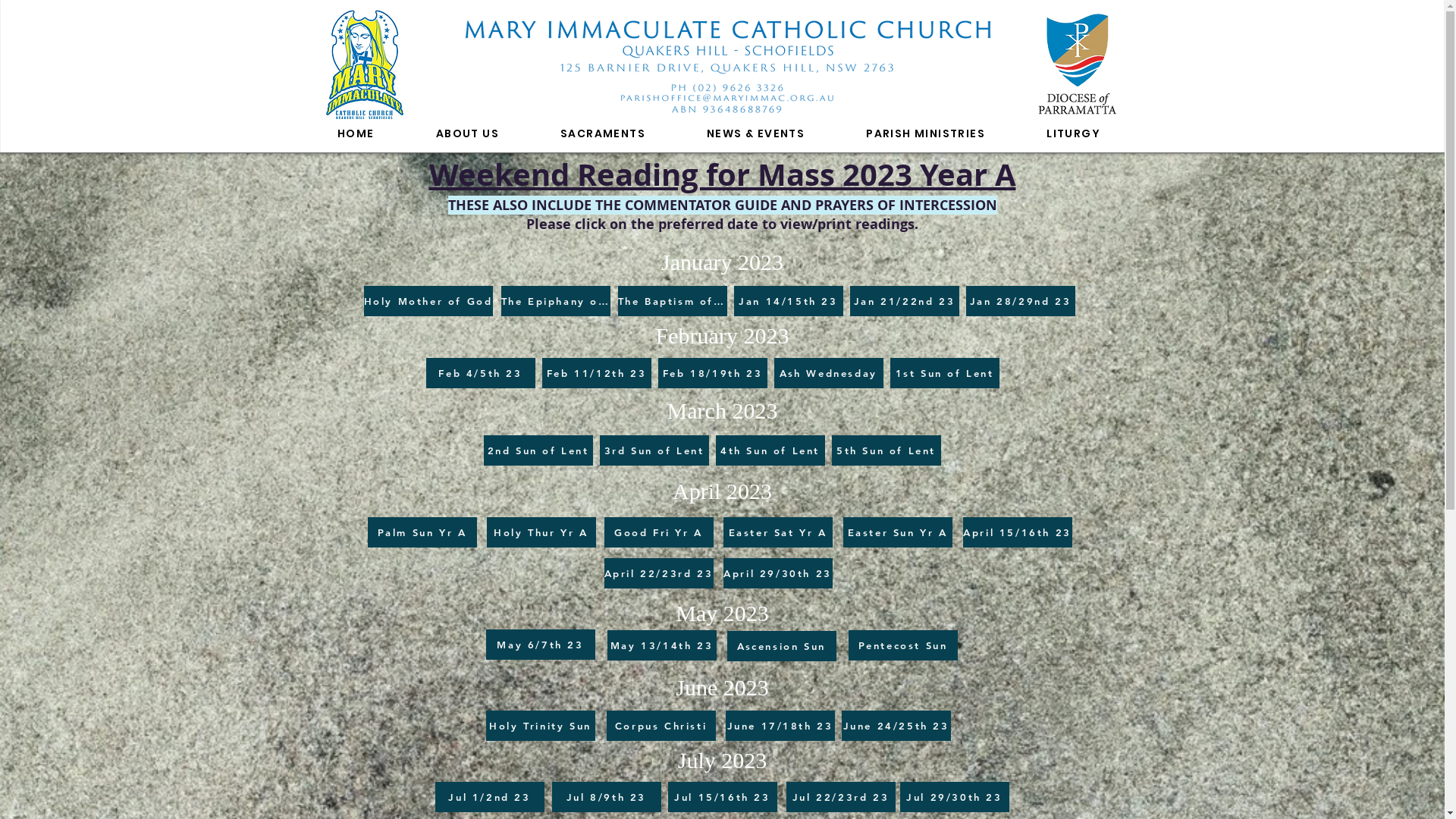 The image size is (1456, 819). What do you see at coordinates (827, 373) in the screenshot?
I see `'Ash Wednesday'` at bounding box center [827, 373].